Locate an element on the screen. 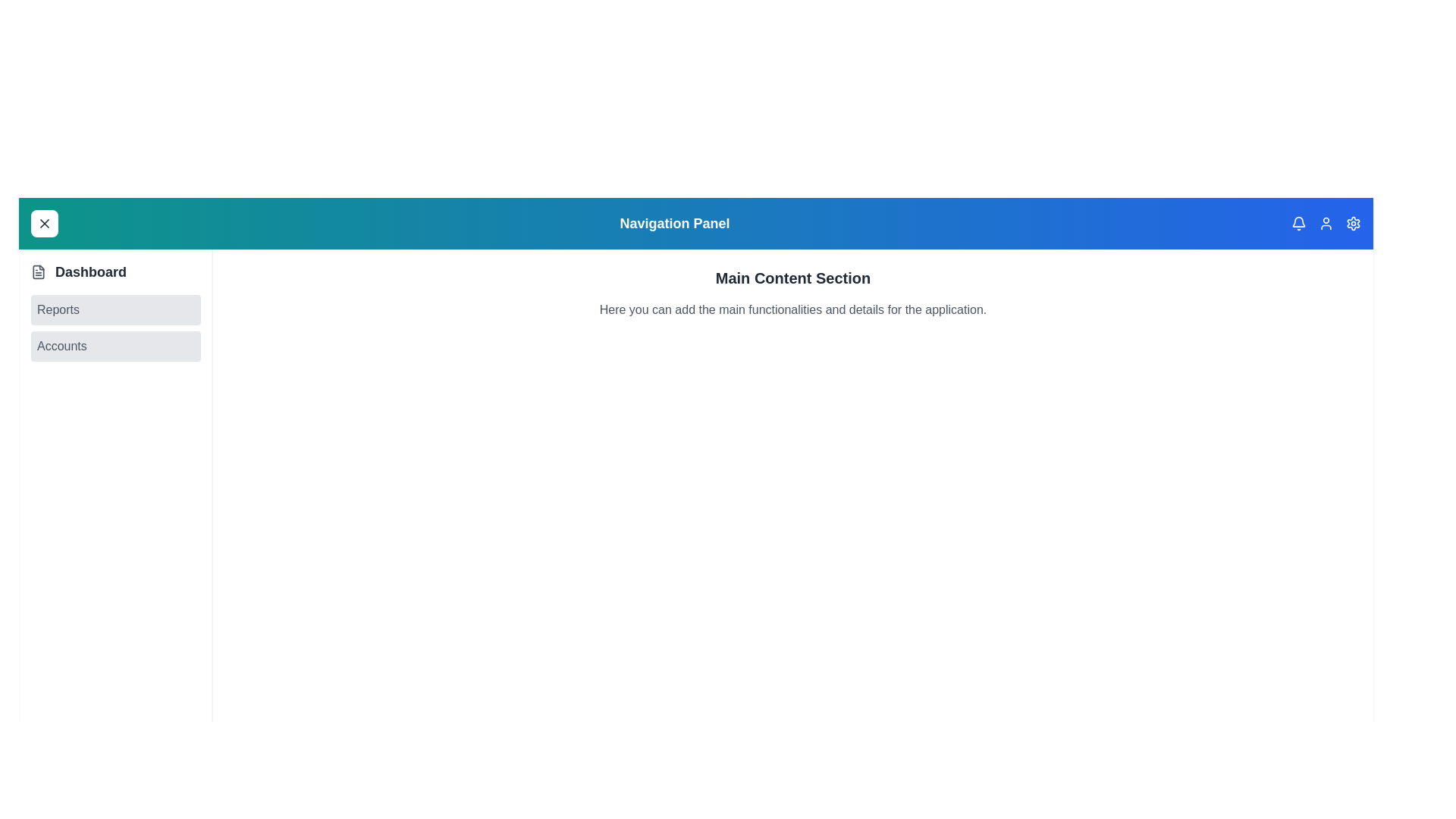 The image size is (1456, 819). the bell-shaped icon button with a white outline on a blue background is located at coordinates (1298, 223).